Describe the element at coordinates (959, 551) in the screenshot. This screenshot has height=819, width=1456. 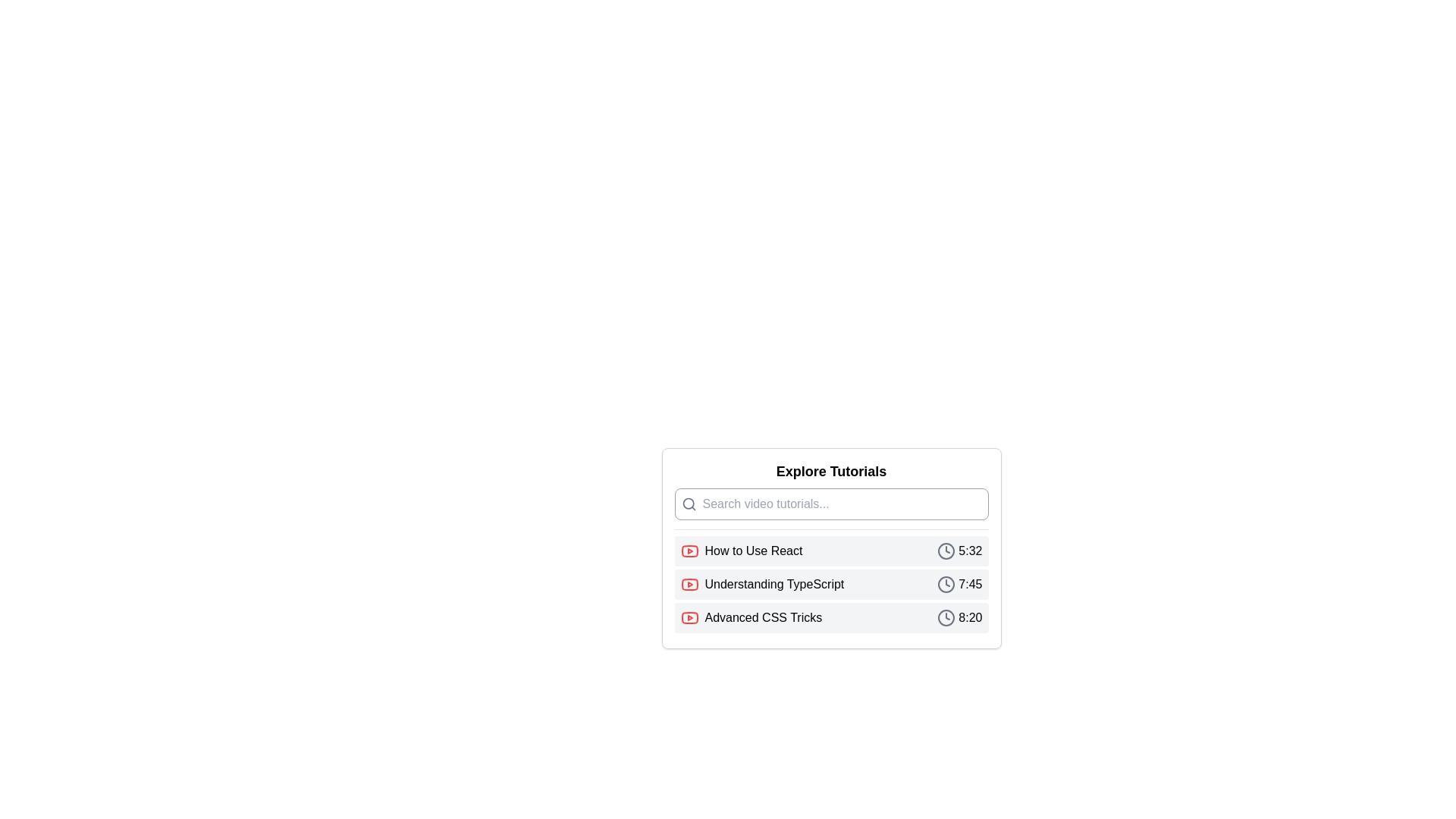
I see `the time duration indicator displaying '5:32' with a clock icon in the first tutorial entry titled 'How to Use React'` at that location.